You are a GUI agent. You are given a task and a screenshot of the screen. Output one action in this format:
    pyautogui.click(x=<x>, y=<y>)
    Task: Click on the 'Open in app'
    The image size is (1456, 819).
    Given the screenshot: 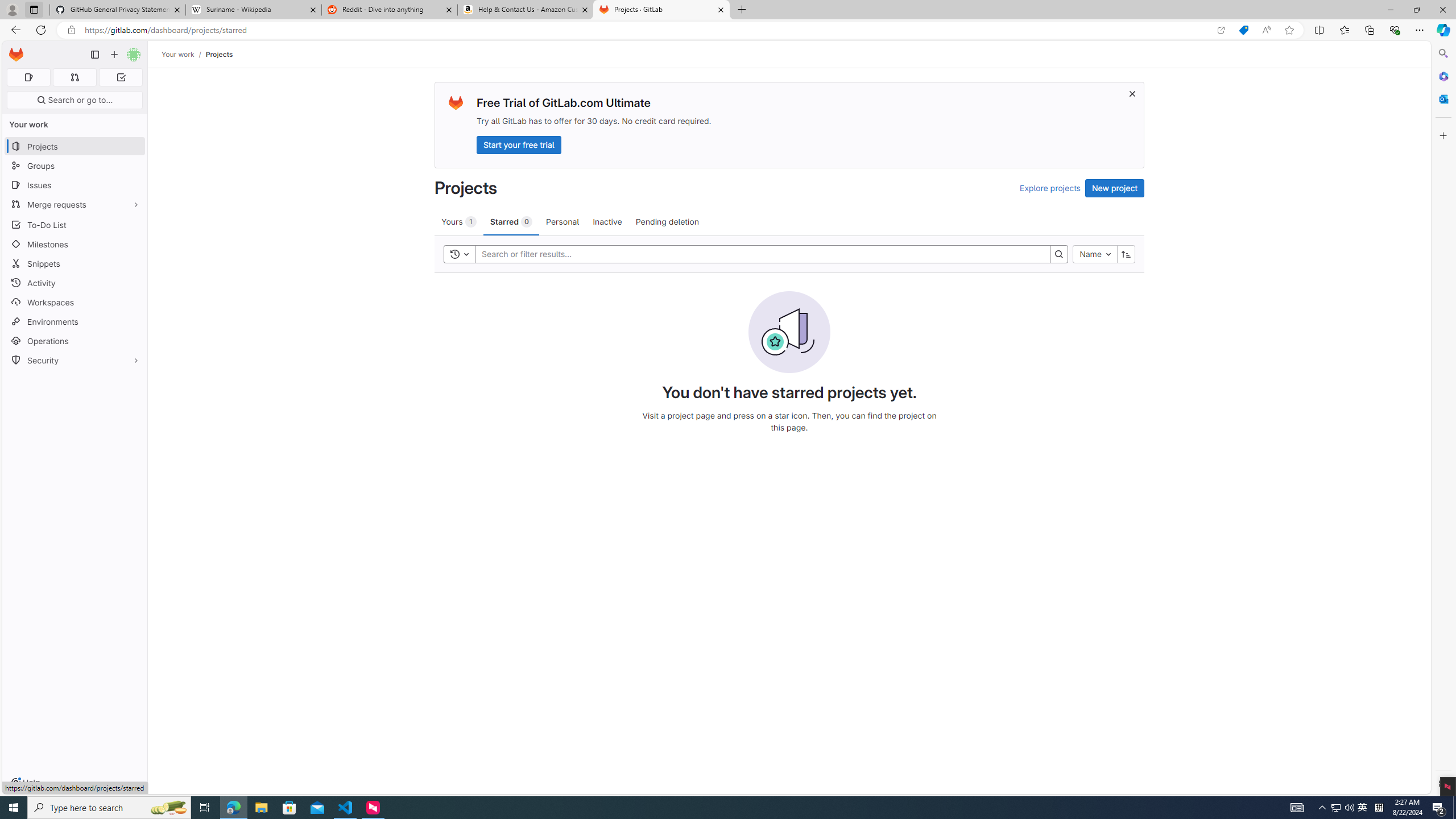 What is the action you would take?
    pyautogui.click(x=1220, y=30)
    